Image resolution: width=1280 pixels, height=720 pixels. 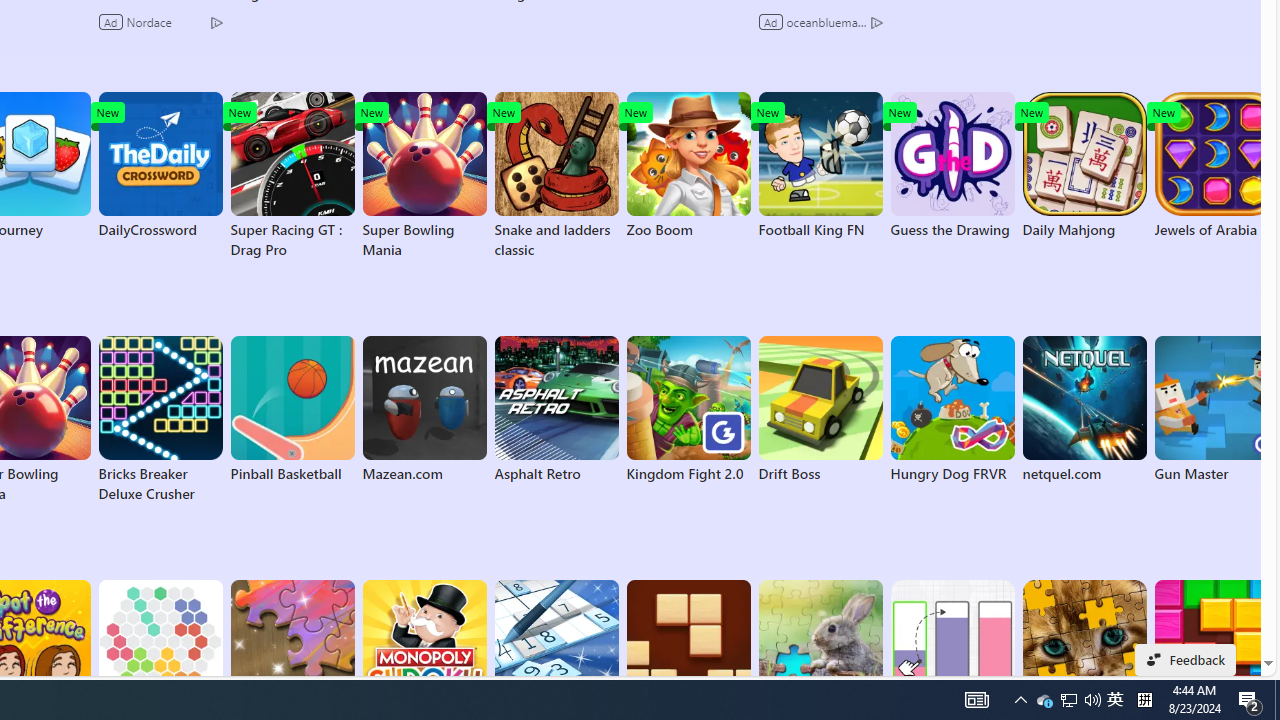 What do you see at coordinates (820, 164) in the screenshot?
I see `'Football King FN'` at bounding box center [820, 164].